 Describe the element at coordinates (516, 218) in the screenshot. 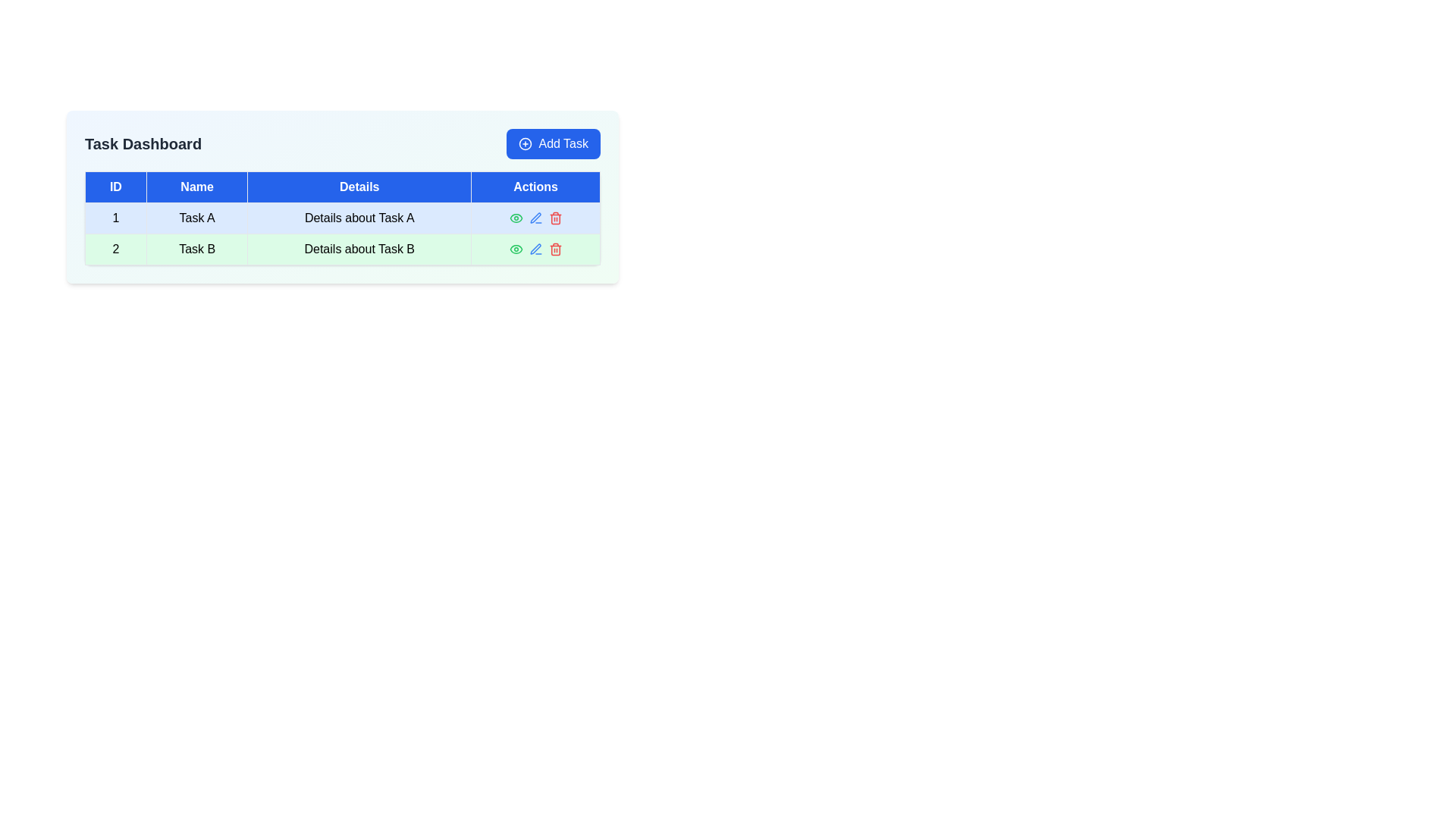

I see `the green eye icon, which is the first action icon in the second row of the table under the 'Actions' column` at that location.